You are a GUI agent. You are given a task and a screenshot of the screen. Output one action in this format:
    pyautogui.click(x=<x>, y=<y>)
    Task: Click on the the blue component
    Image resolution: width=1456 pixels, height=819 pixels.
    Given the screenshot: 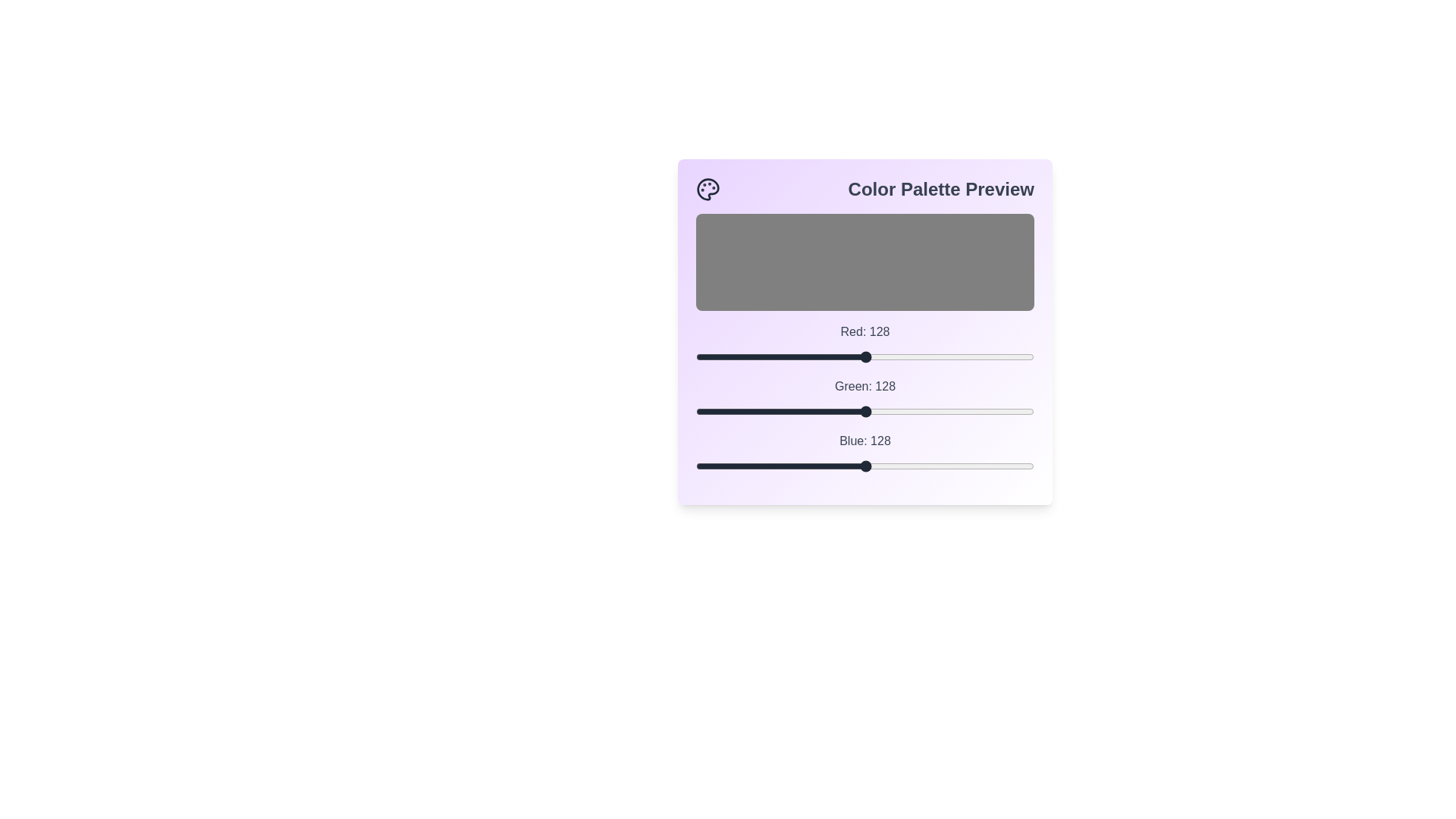 What is the action you would take?
    pyautogui.click(x=989, y=465)
    